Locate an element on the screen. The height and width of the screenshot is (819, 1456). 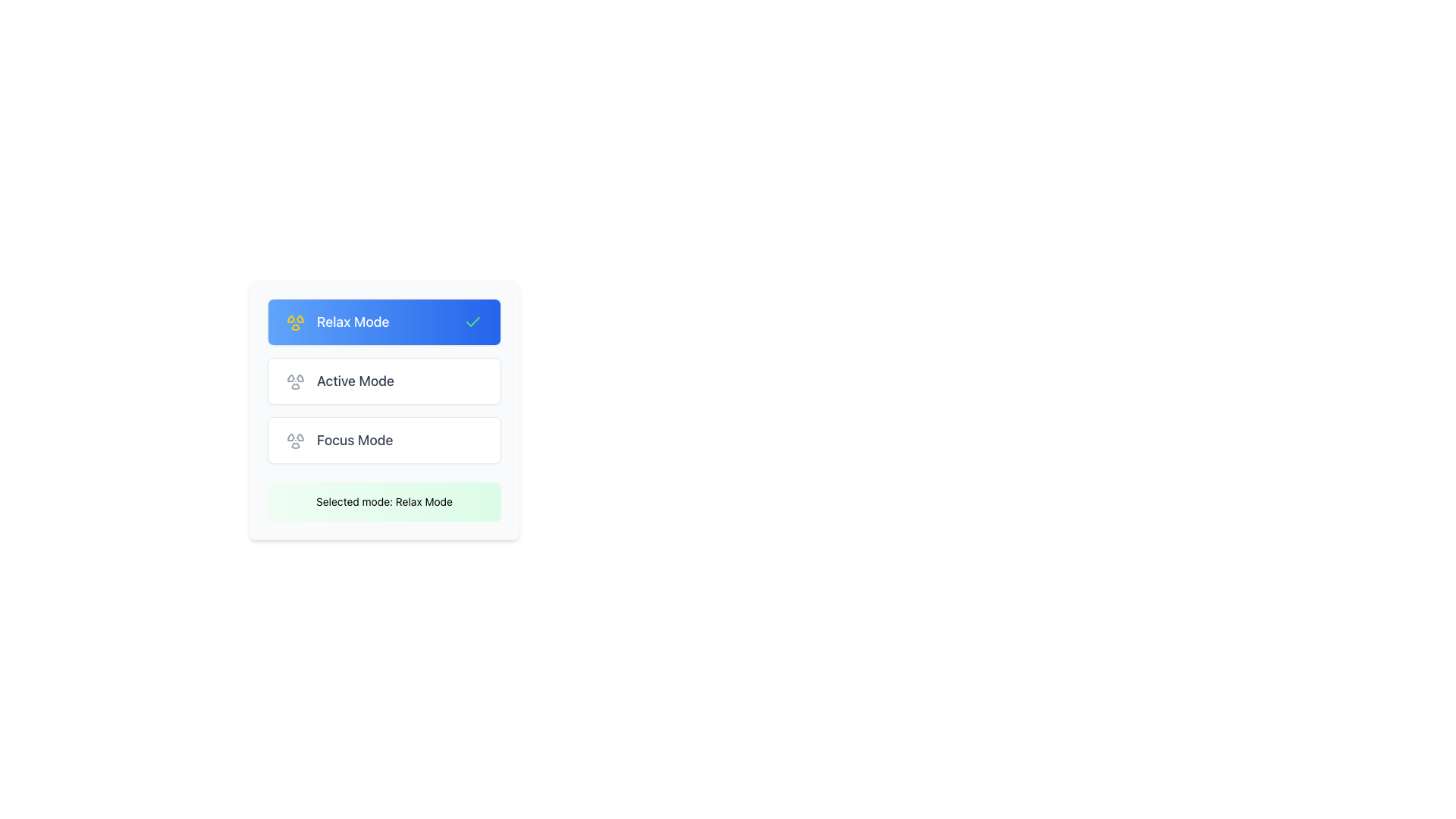
the 'Active Mode' button within the vertically stacked menu is located at coordinates (384, 409).